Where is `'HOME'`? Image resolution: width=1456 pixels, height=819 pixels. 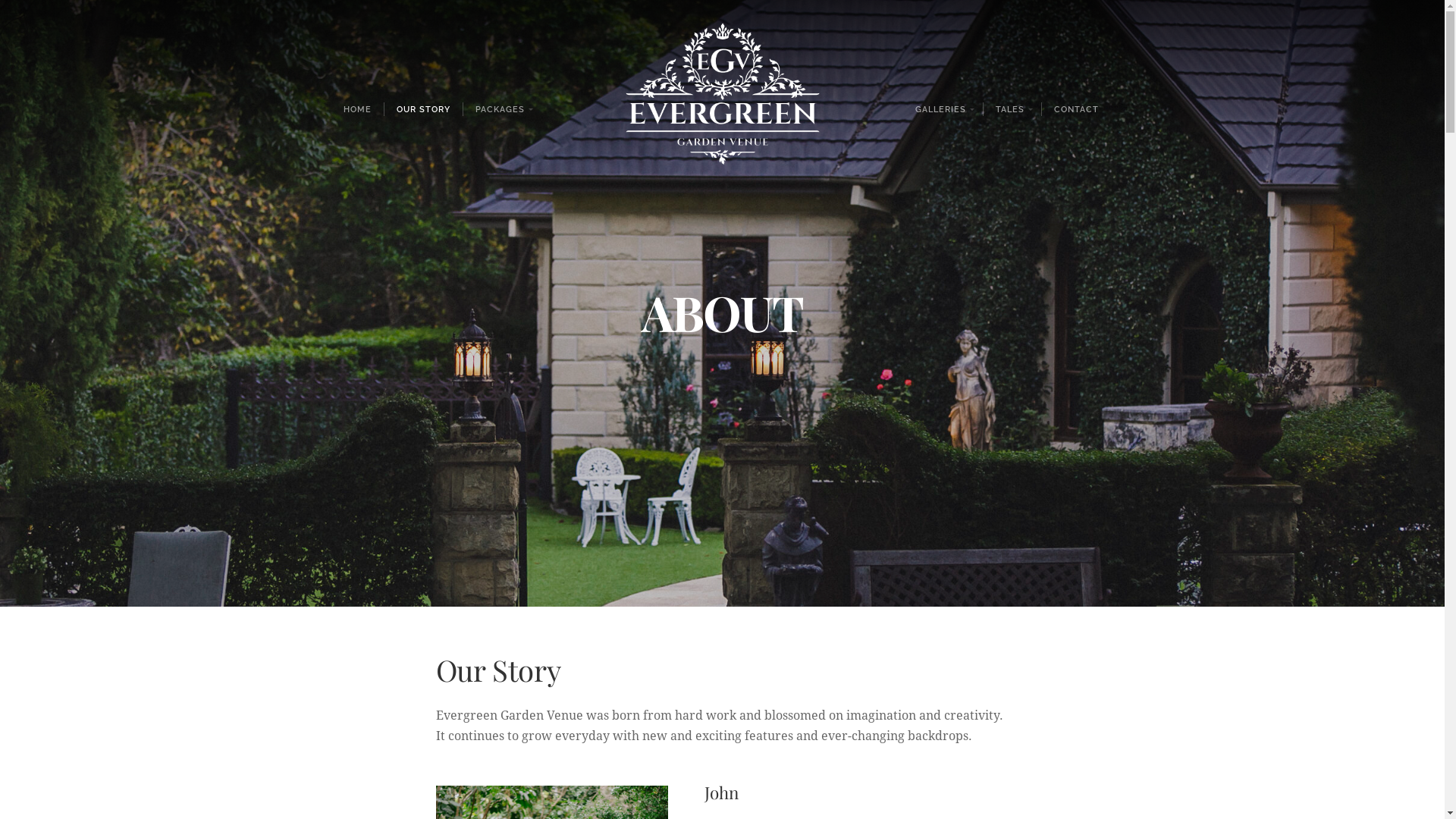 'HOME' is located at coordinates (330, 108).